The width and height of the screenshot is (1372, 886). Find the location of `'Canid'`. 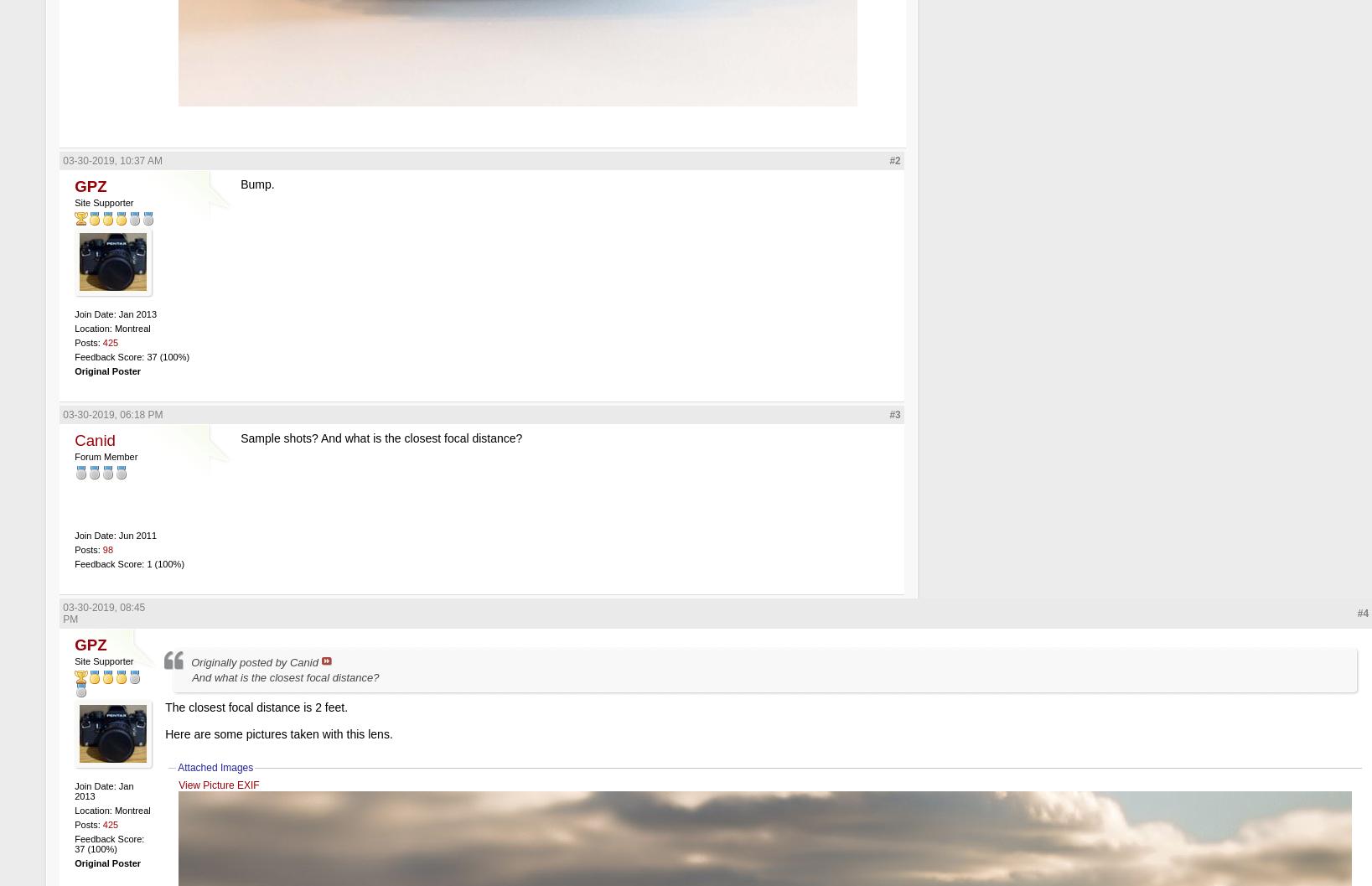

'Canid' is located at coordinates (94, 440).